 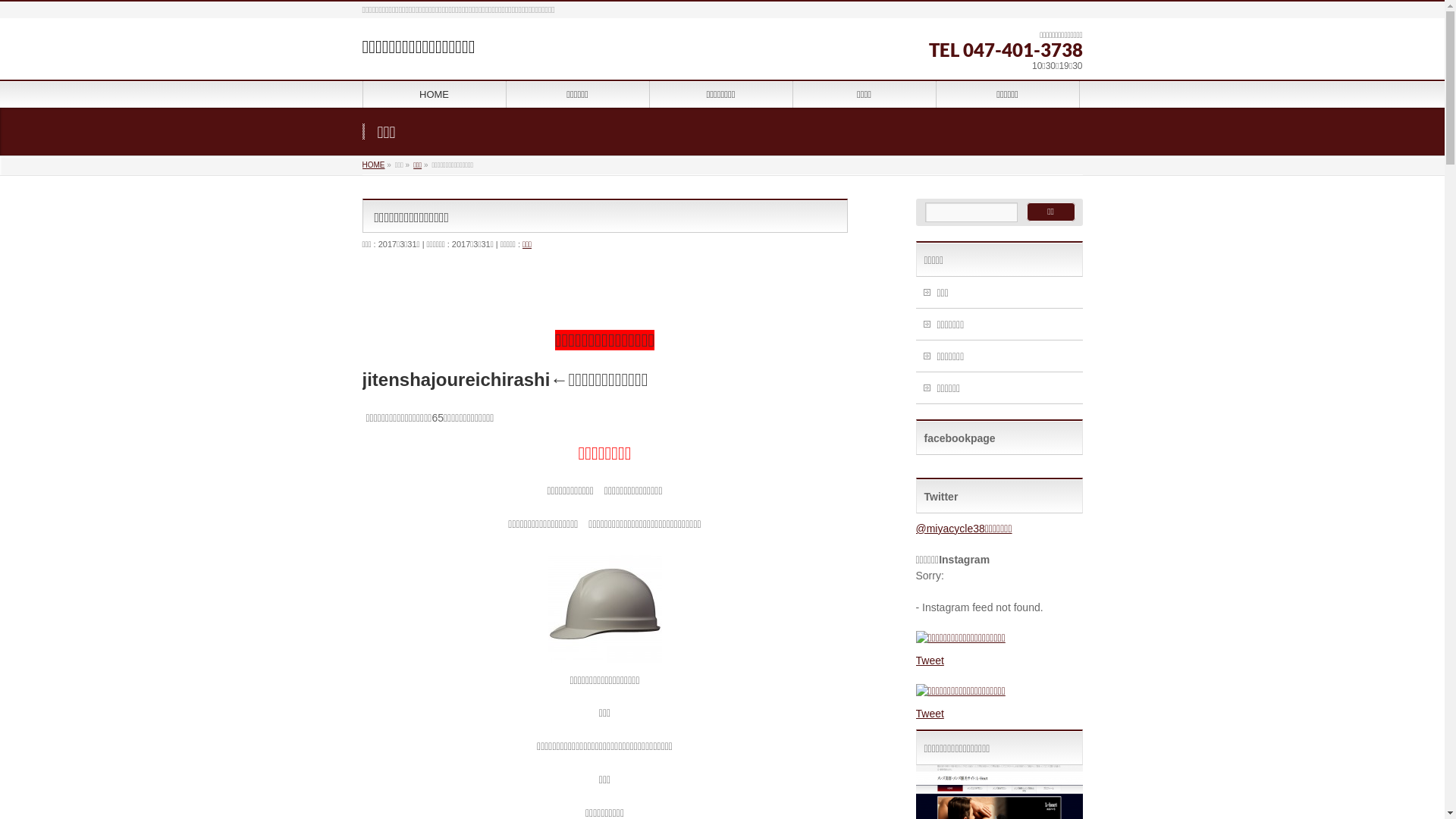 What do you see at coordinates (929, 714) in the screenshot?
I see `'Tweet'` at bounding box center [929, 714].